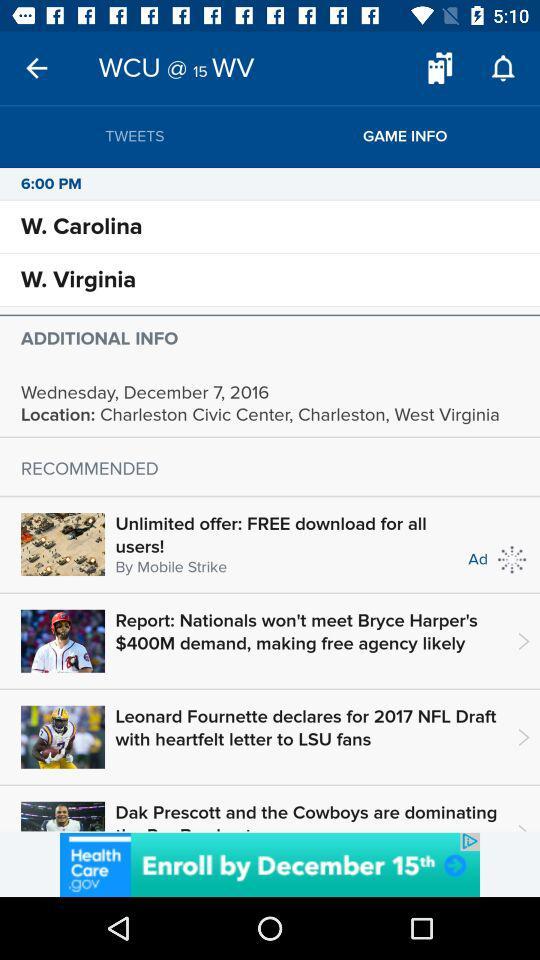  What do you see at coordinates (440, 68) in the screenshot?
I see `the sliders icon` at bounding box center [440, 68].